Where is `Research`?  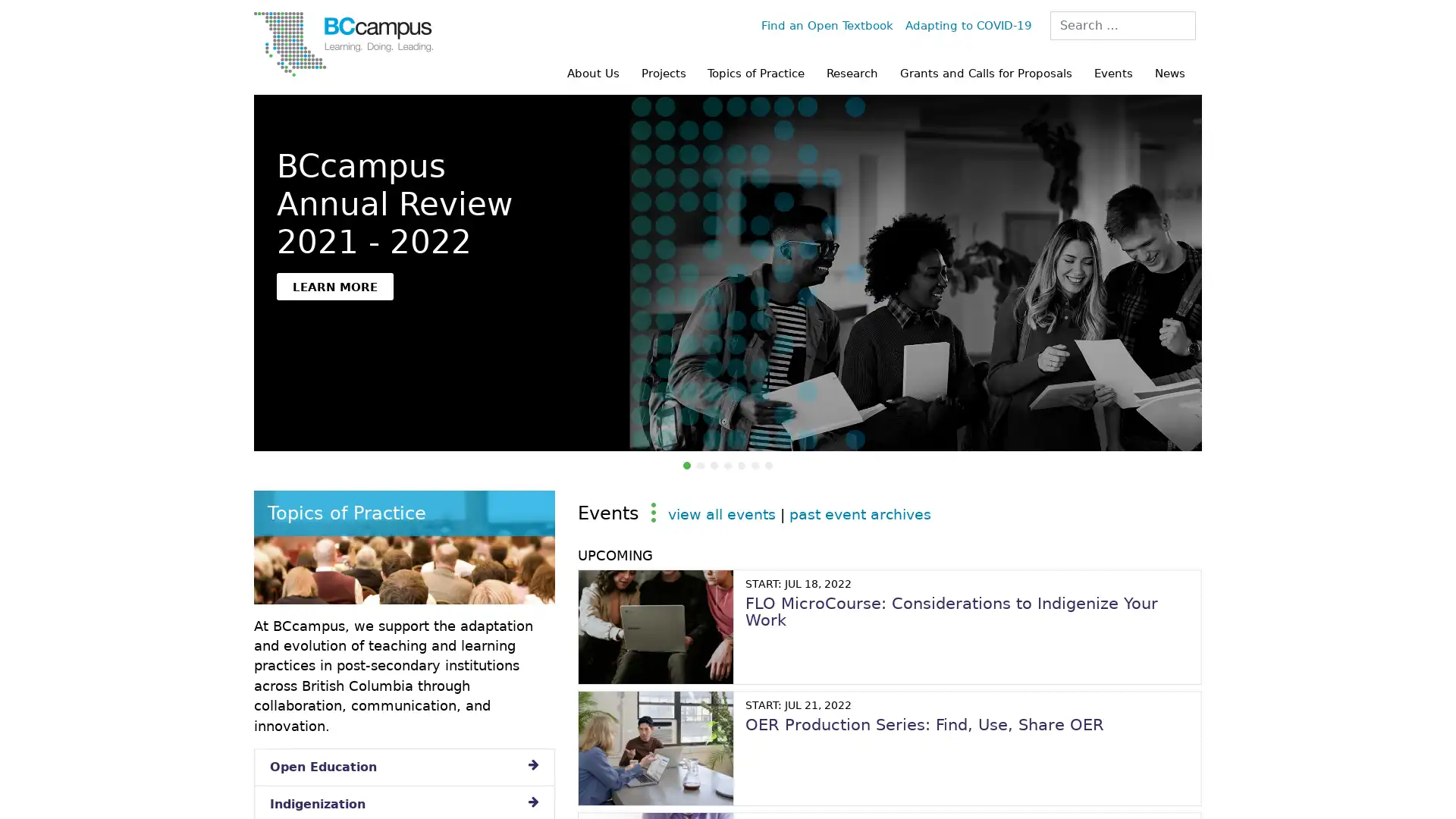
Research is located at coordinates (699, 464).